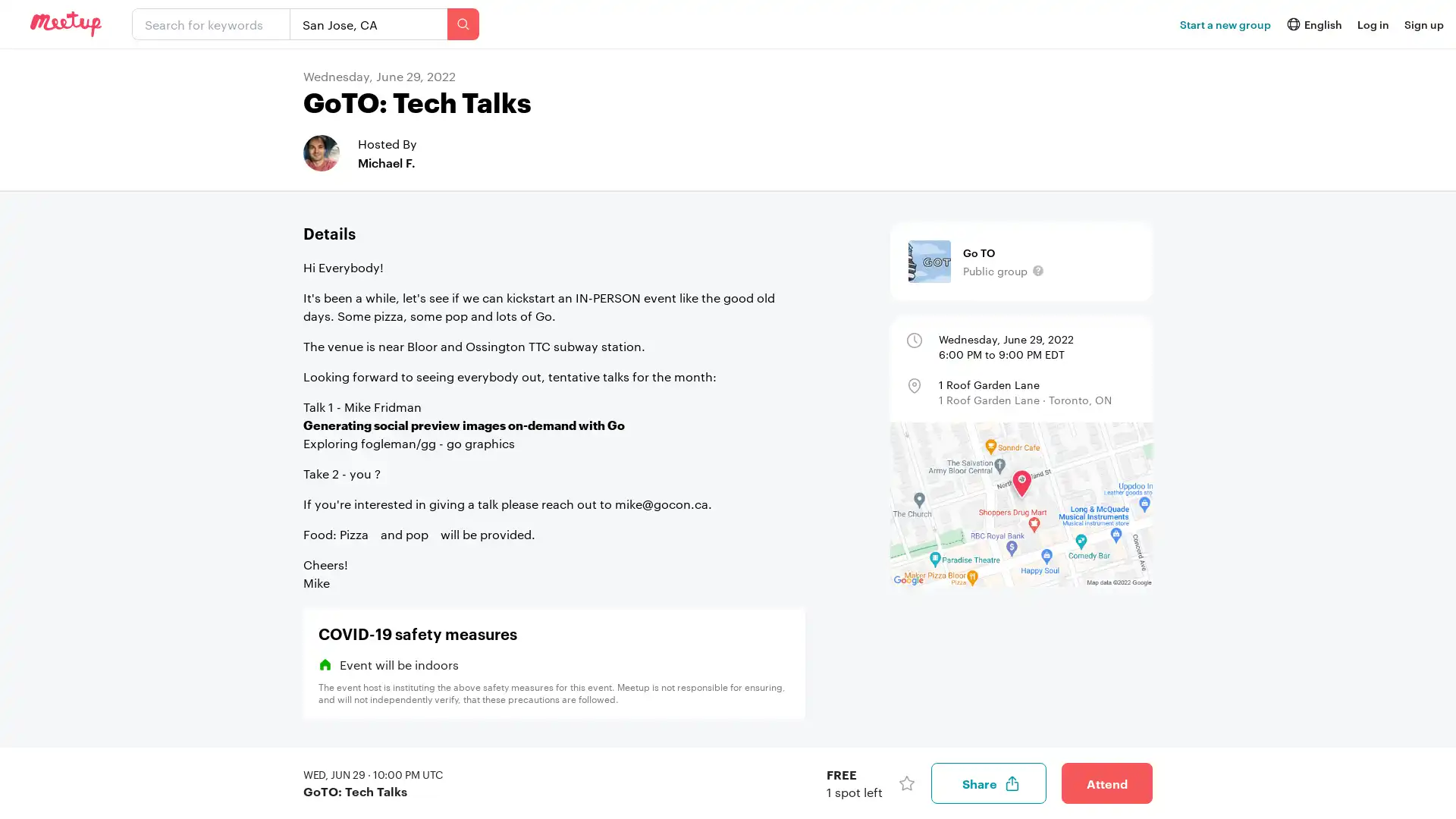  What do you see at coordinates (906, 783) in the screenshot?
I see `Save event` at bounding box center [906, 783].